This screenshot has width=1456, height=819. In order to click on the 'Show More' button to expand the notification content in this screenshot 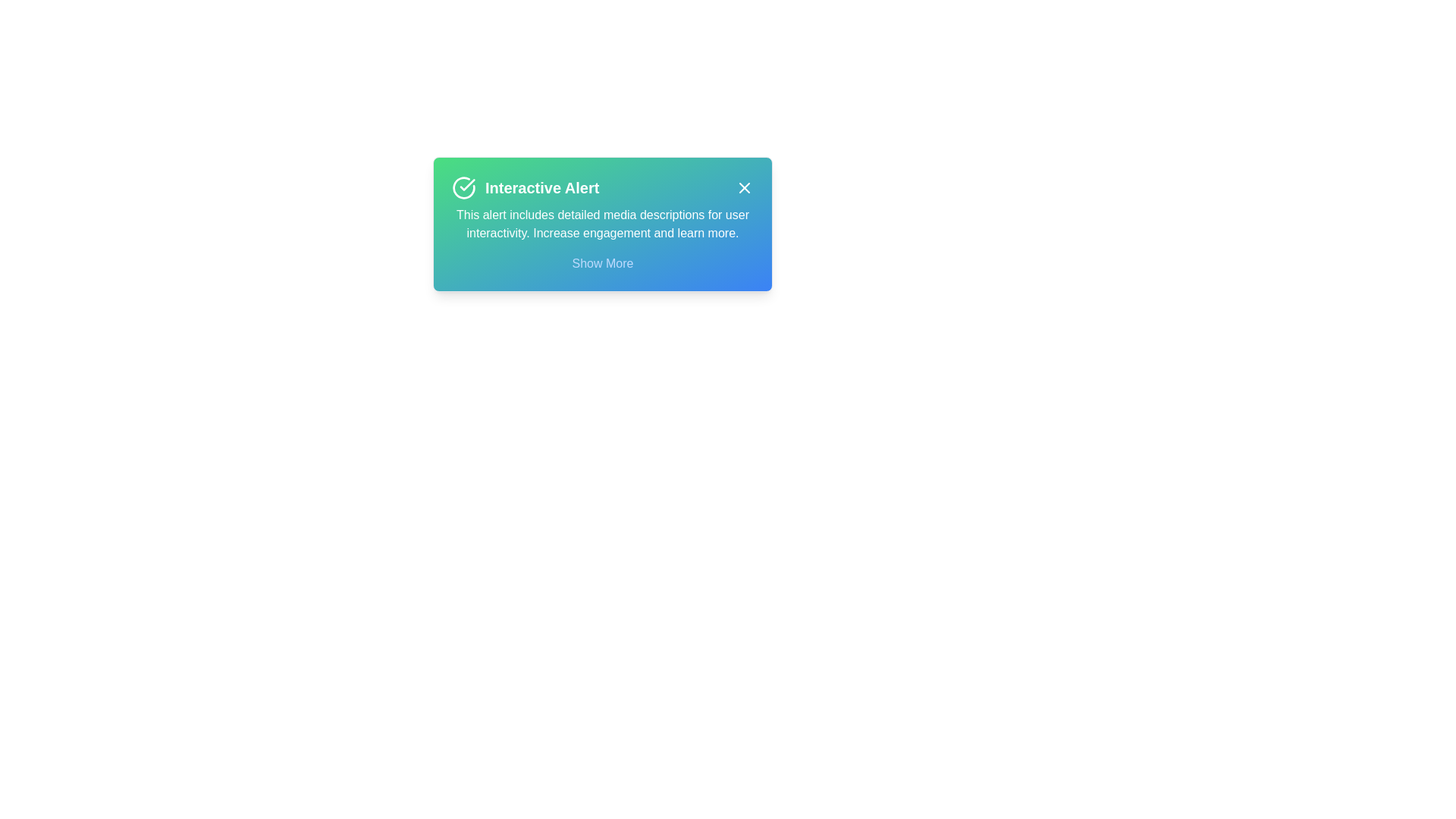, I will do `click(602, 262)`.